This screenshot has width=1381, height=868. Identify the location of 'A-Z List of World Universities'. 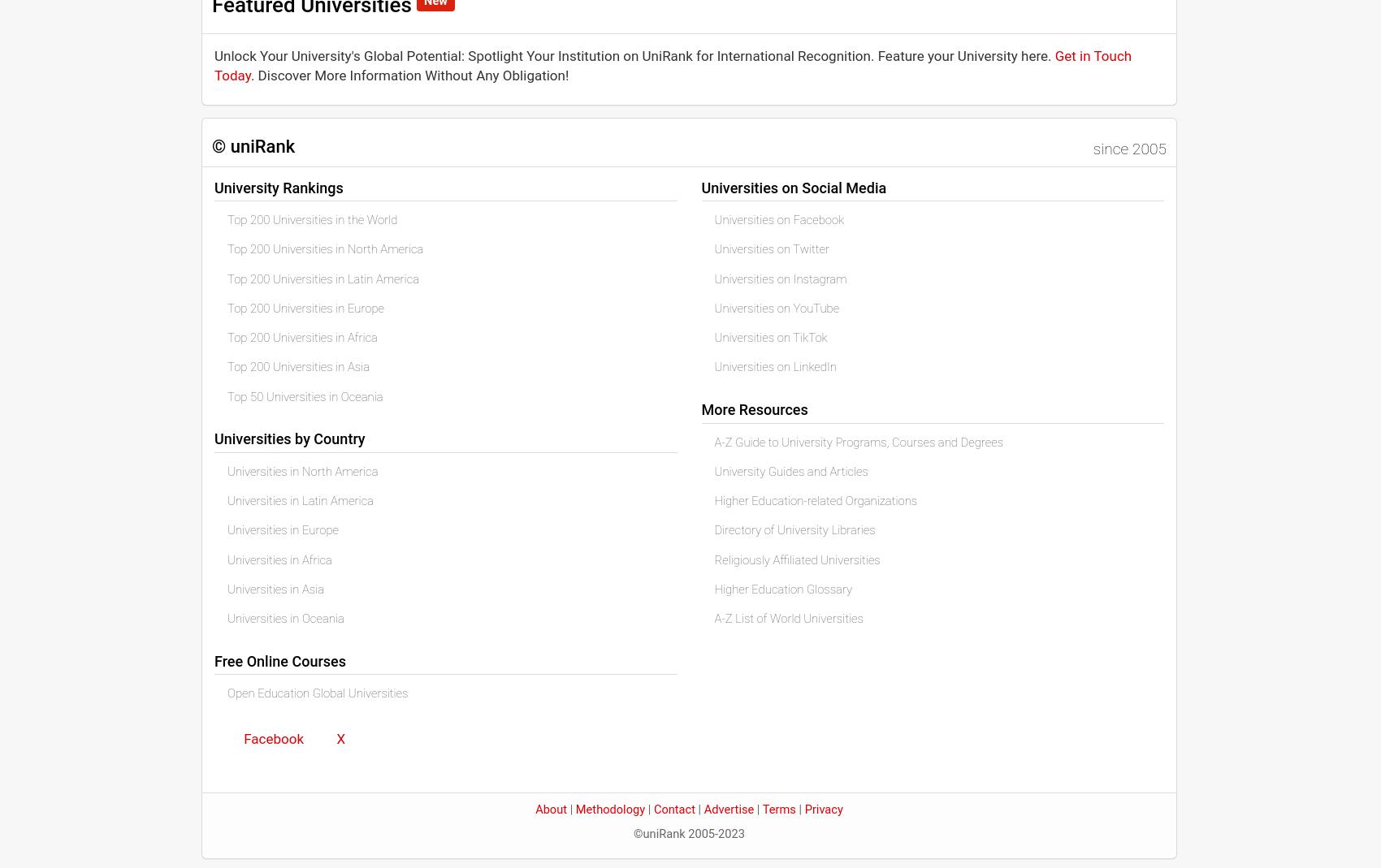
(787, 618).